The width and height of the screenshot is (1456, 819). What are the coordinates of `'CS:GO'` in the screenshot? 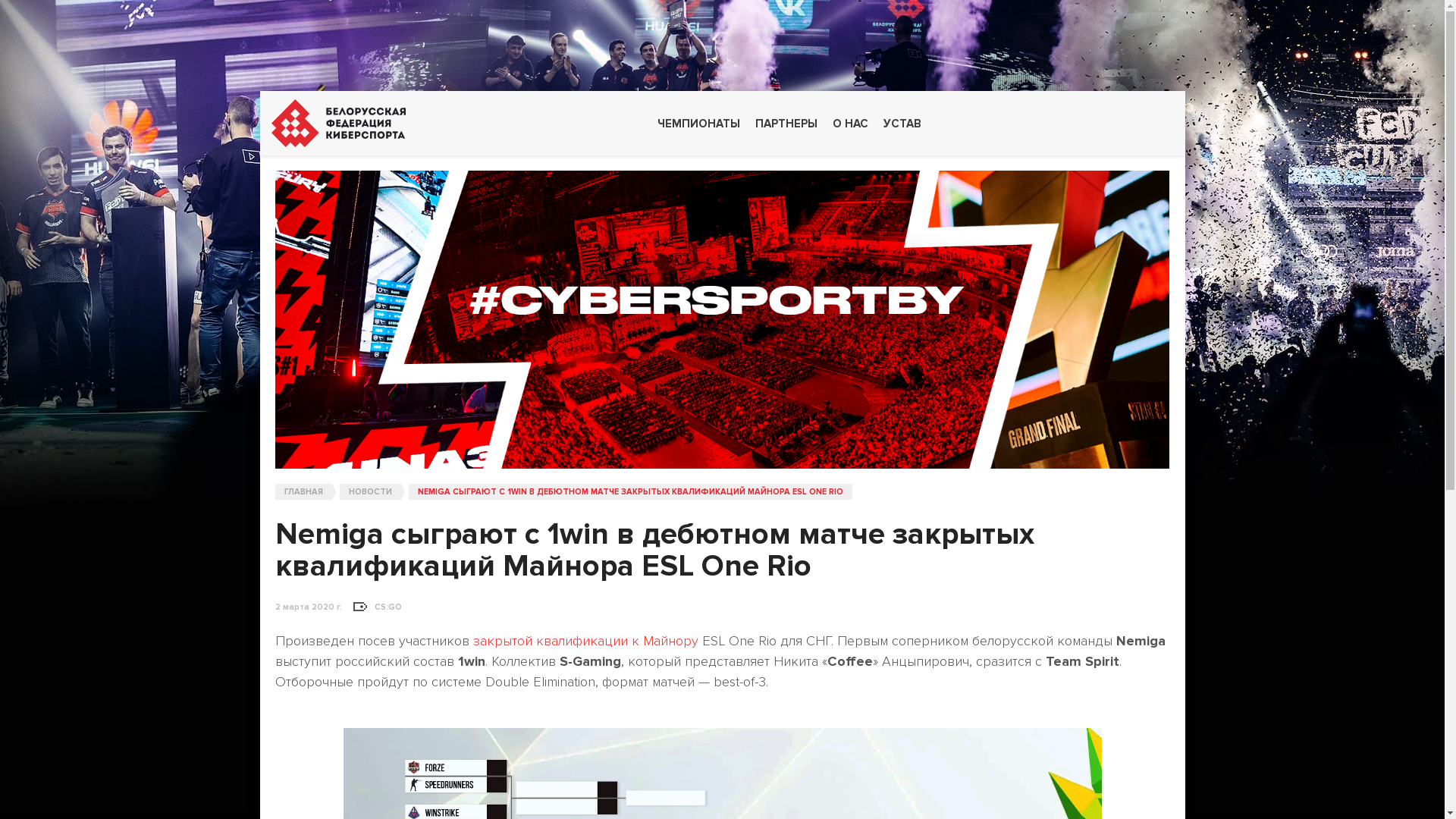 It's located at (388, 607).